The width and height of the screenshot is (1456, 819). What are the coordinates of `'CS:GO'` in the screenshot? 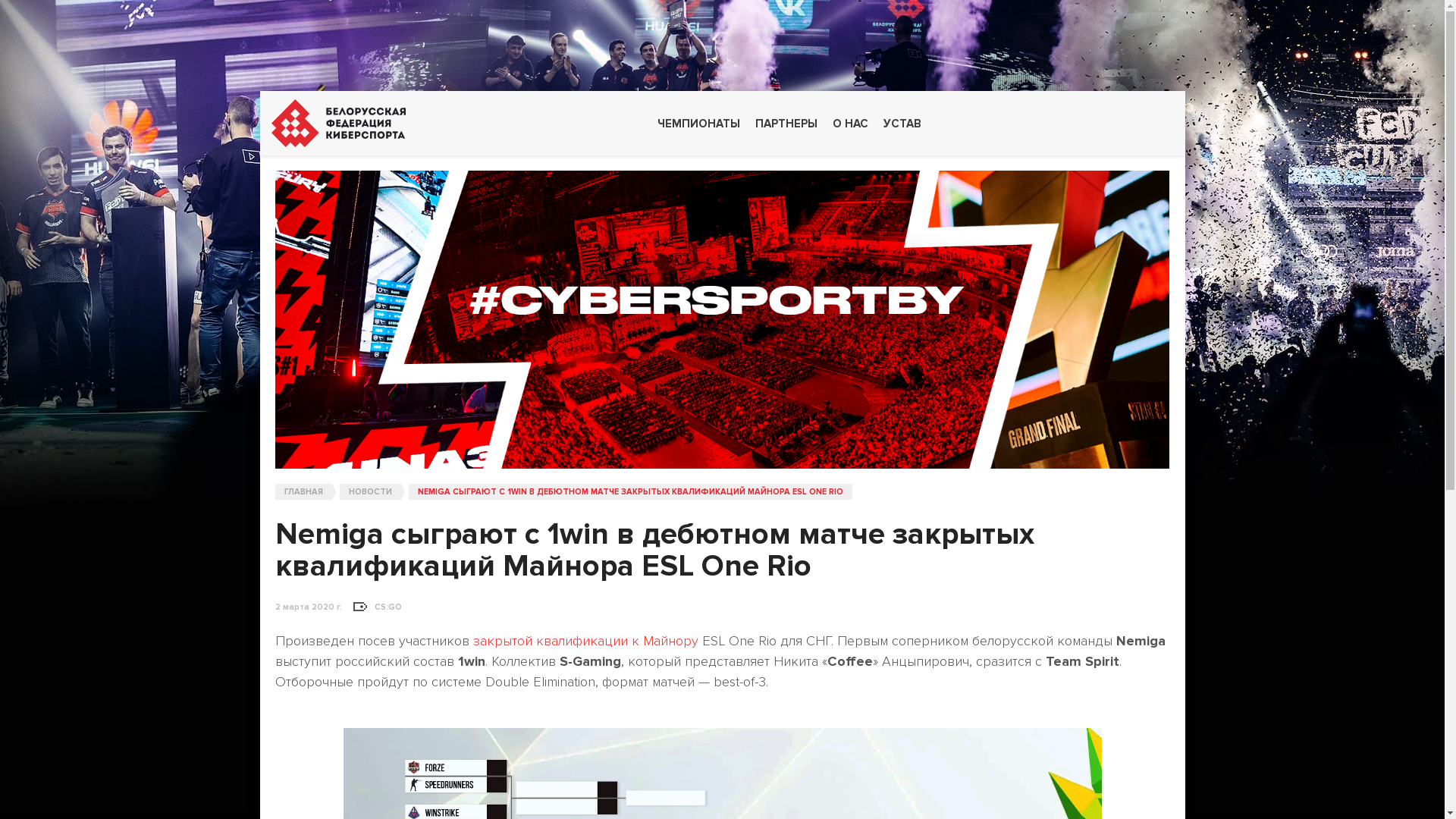 It's located at (388, 607).